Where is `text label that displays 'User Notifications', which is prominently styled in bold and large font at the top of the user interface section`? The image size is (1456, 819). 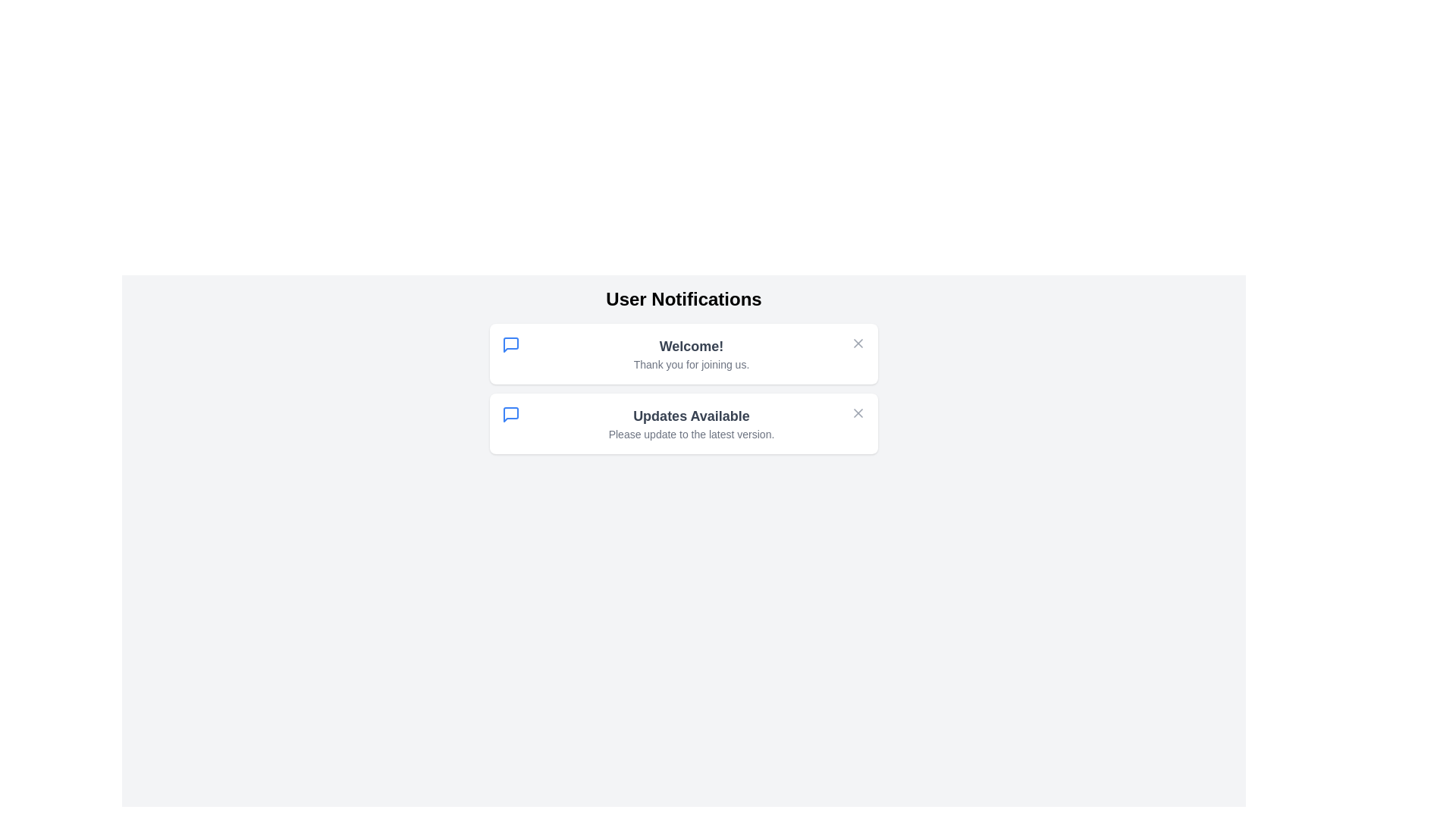 text label that displays 'User Notifications', which is prominently styled in bold and large font at the top of the user interface section is located at coordinates (683, 299).